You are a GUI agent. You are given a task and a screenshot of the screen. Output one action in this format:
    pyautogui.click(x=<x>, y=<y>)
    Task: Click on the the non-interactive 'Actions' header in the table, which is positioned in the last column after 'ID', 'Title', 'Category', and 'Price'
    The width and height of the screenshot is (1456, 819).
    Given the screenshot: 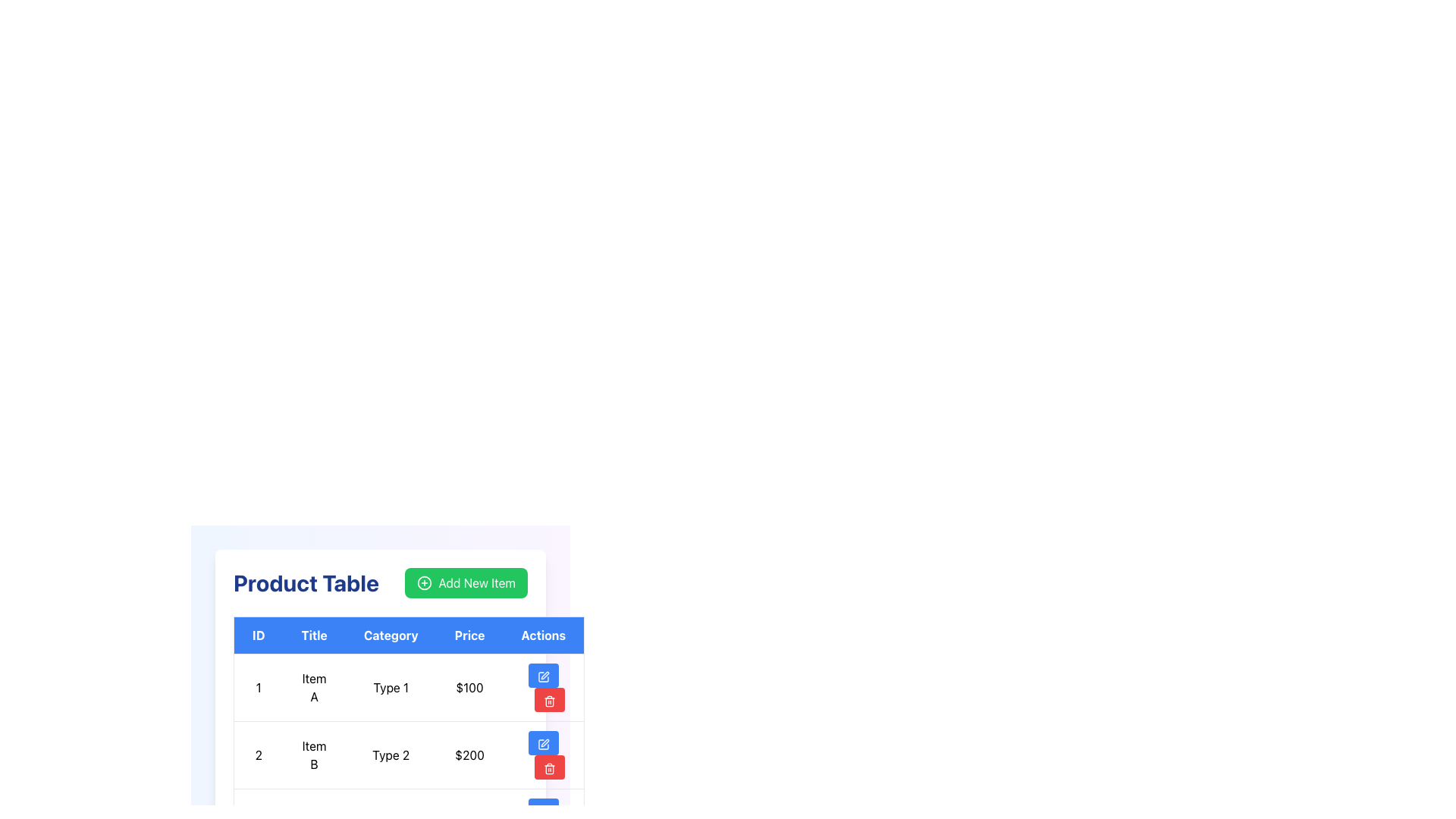 What is the action you would take?
    pyautogui.click(x=544, y=635)
    